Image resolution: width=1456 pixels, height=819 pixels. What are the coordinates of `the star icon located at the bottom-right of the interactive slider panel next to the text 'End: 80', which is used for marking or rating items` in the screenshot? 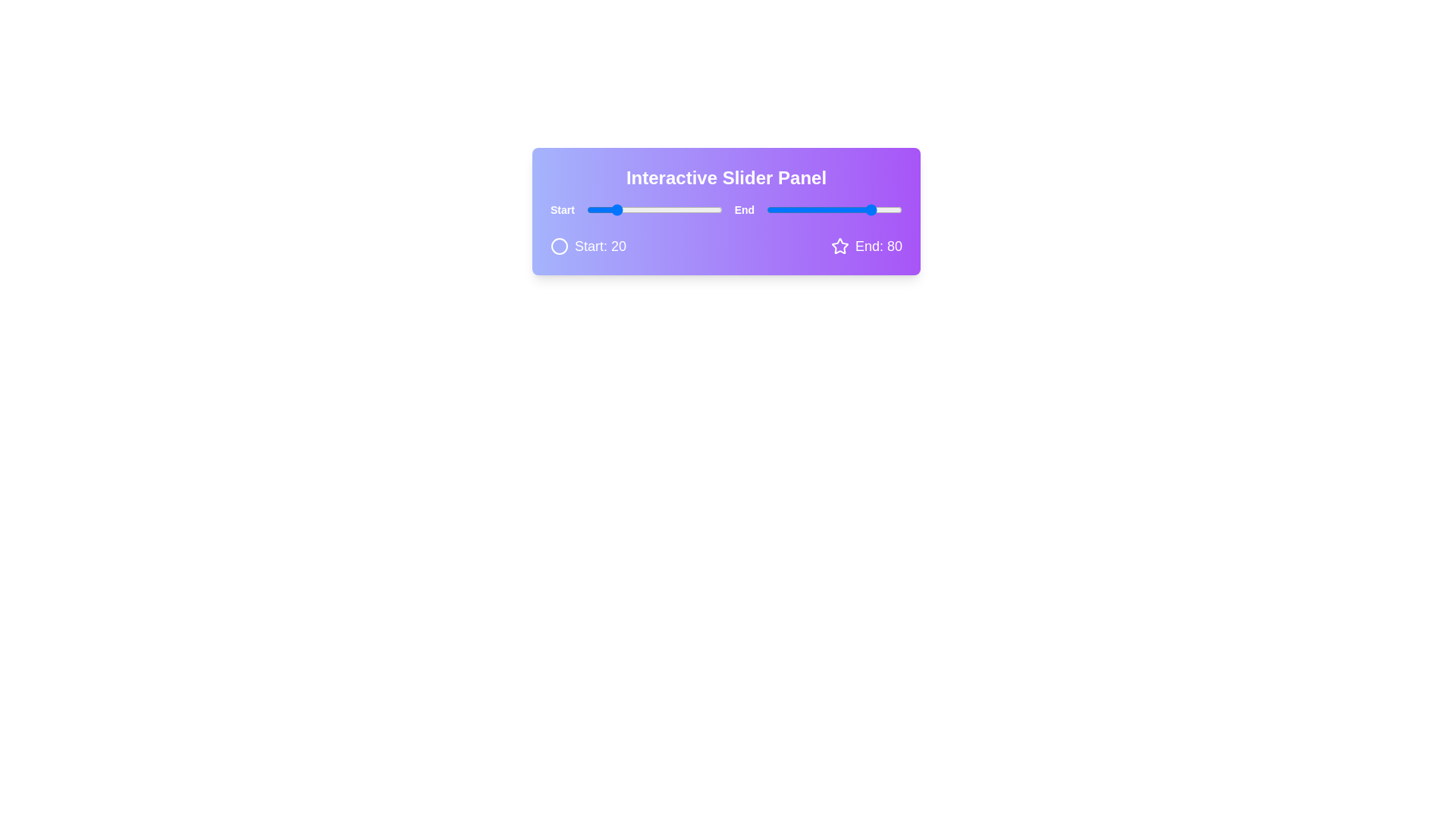 It's located at (839, 245).